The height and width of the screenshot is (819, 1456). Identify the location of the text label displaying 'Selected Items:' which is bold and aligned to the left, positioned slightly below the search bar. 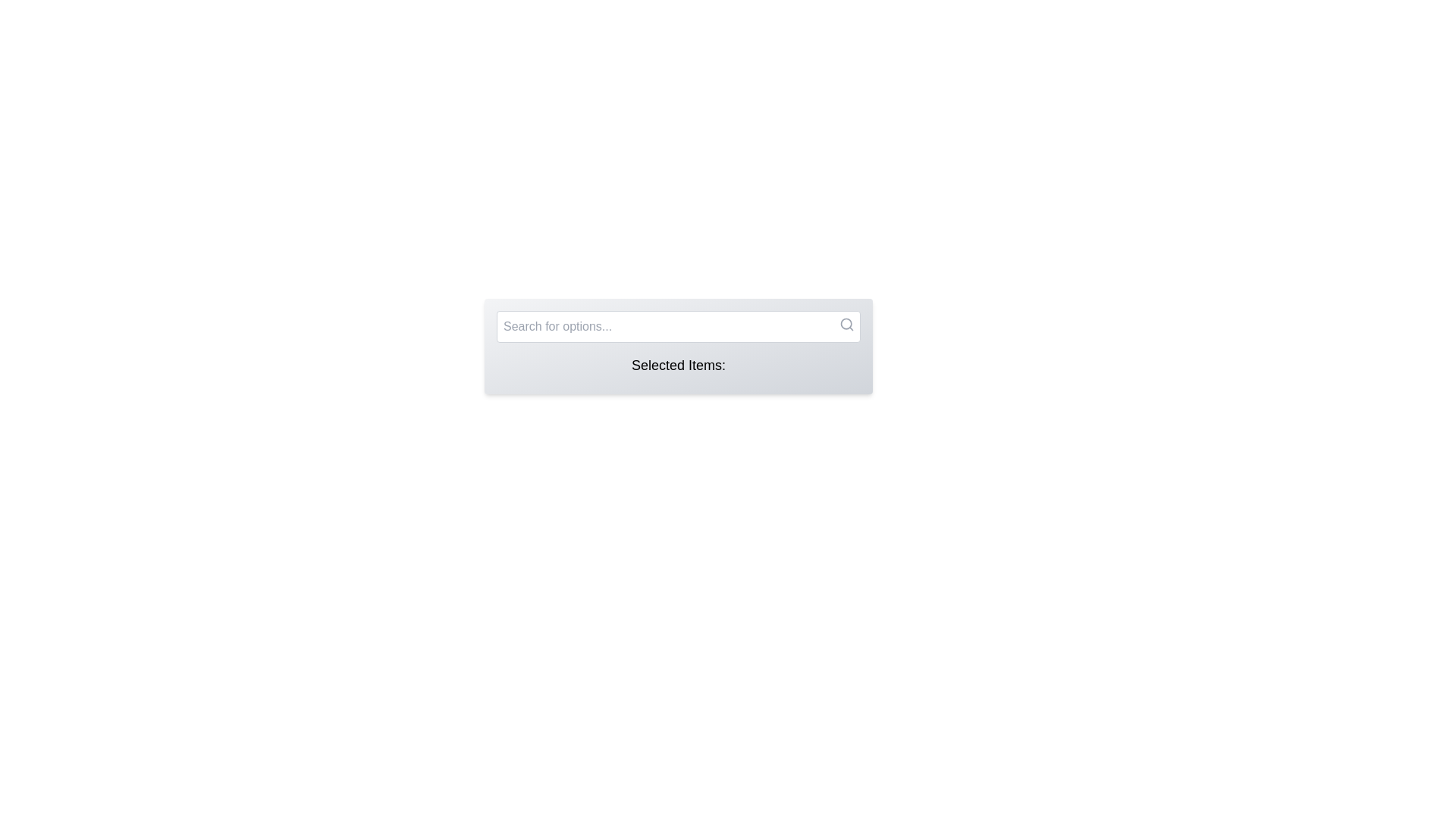
(677, 366).